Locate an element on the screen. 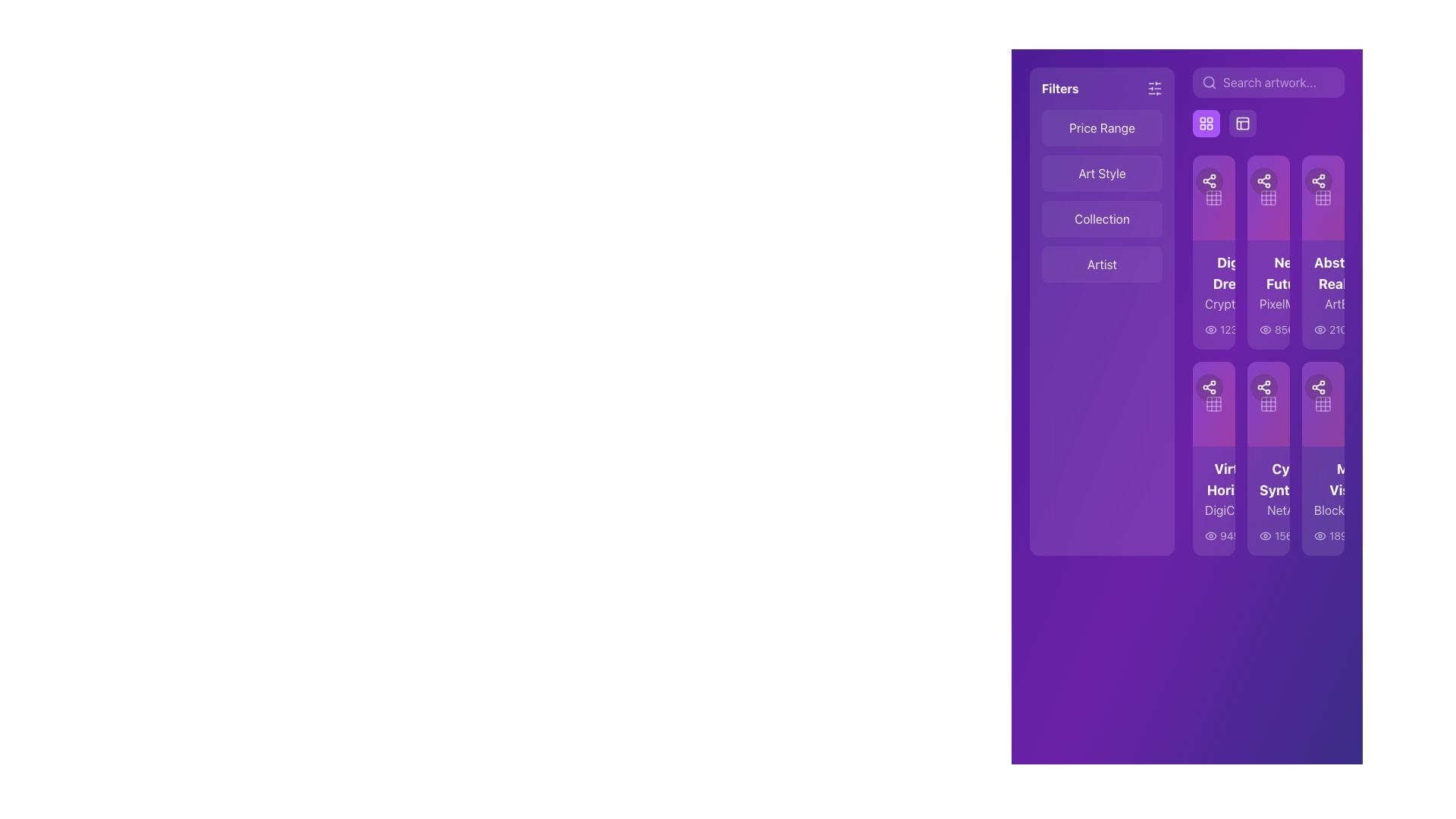 The height and width of the screenshot is (819, 1456). the grid view button located in the lower portion of the card in the fourth column of the grid layout for keyboard interaction is located at coordinates (1214, 403).